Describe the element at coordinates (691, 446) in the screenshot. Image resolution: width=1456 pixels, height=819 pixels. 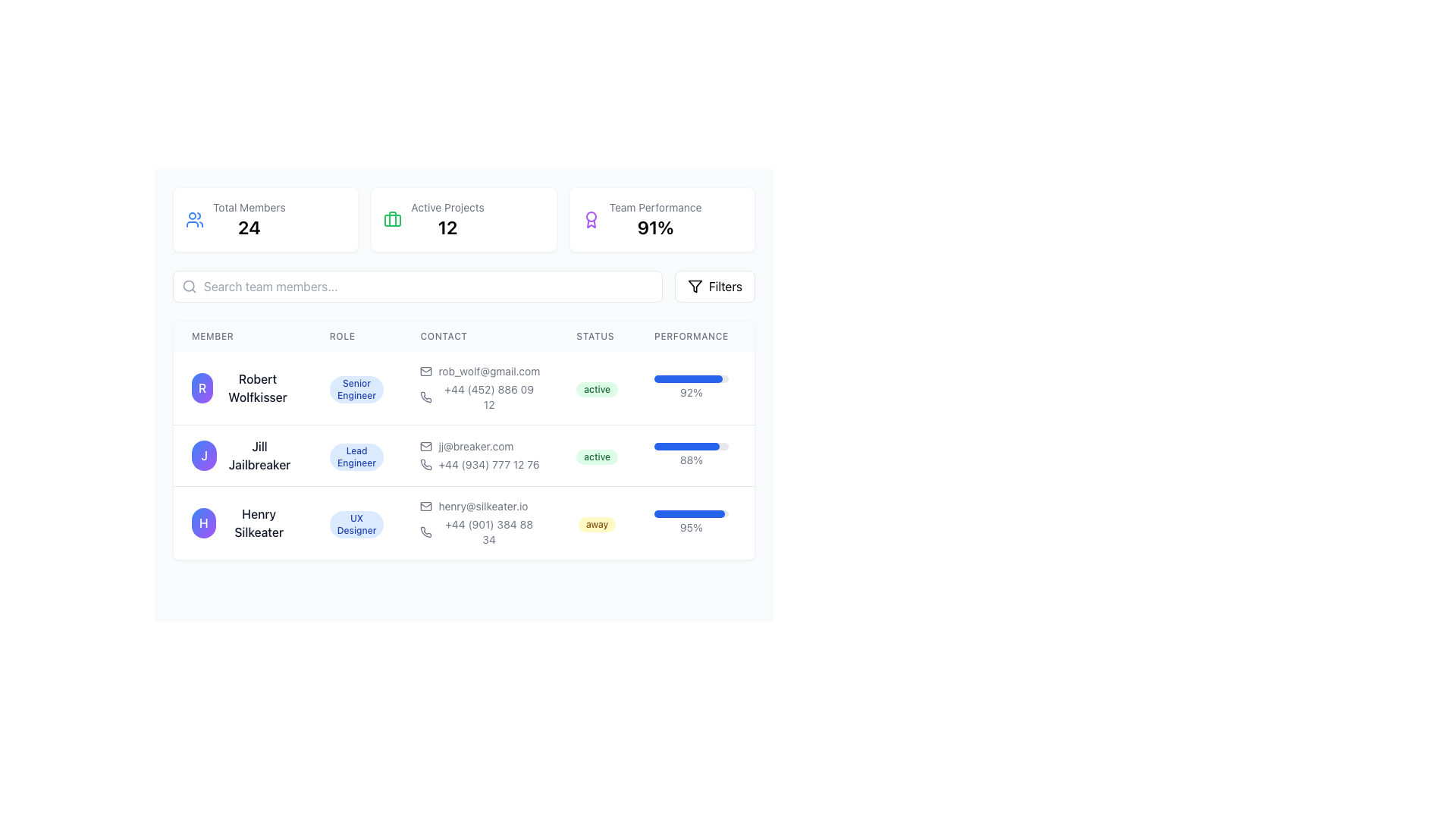
I see `the Progress bar located in the 'PERFORMANCE' column of the second row under 'Jill Jailbreaker', which indicates the user's performance completion visually` at that location.